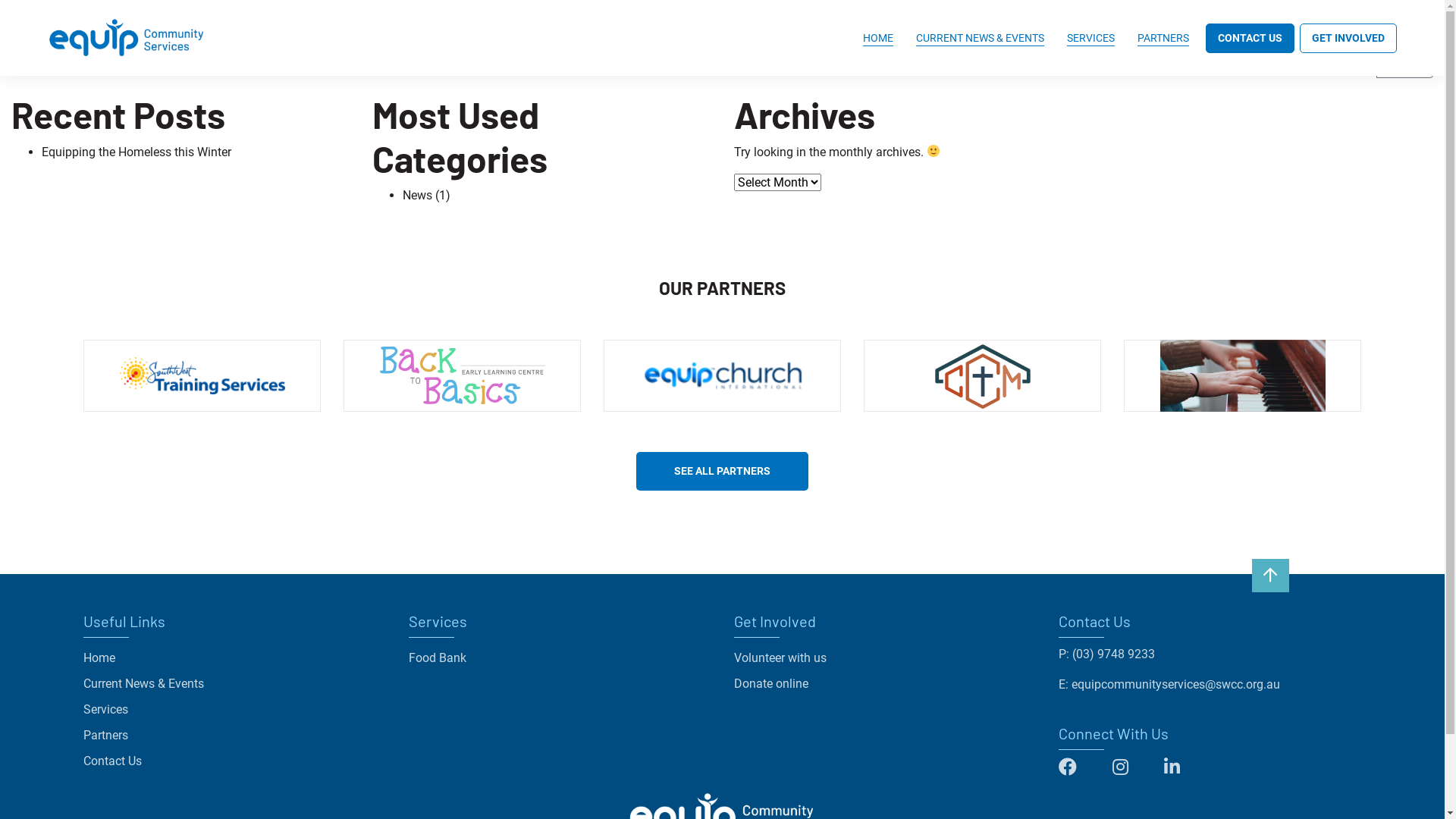 This screenshot has height=819, width=1456. Describe the element at coordinates (105, 734) in the screenshot. I see `'Partners'` at that location.